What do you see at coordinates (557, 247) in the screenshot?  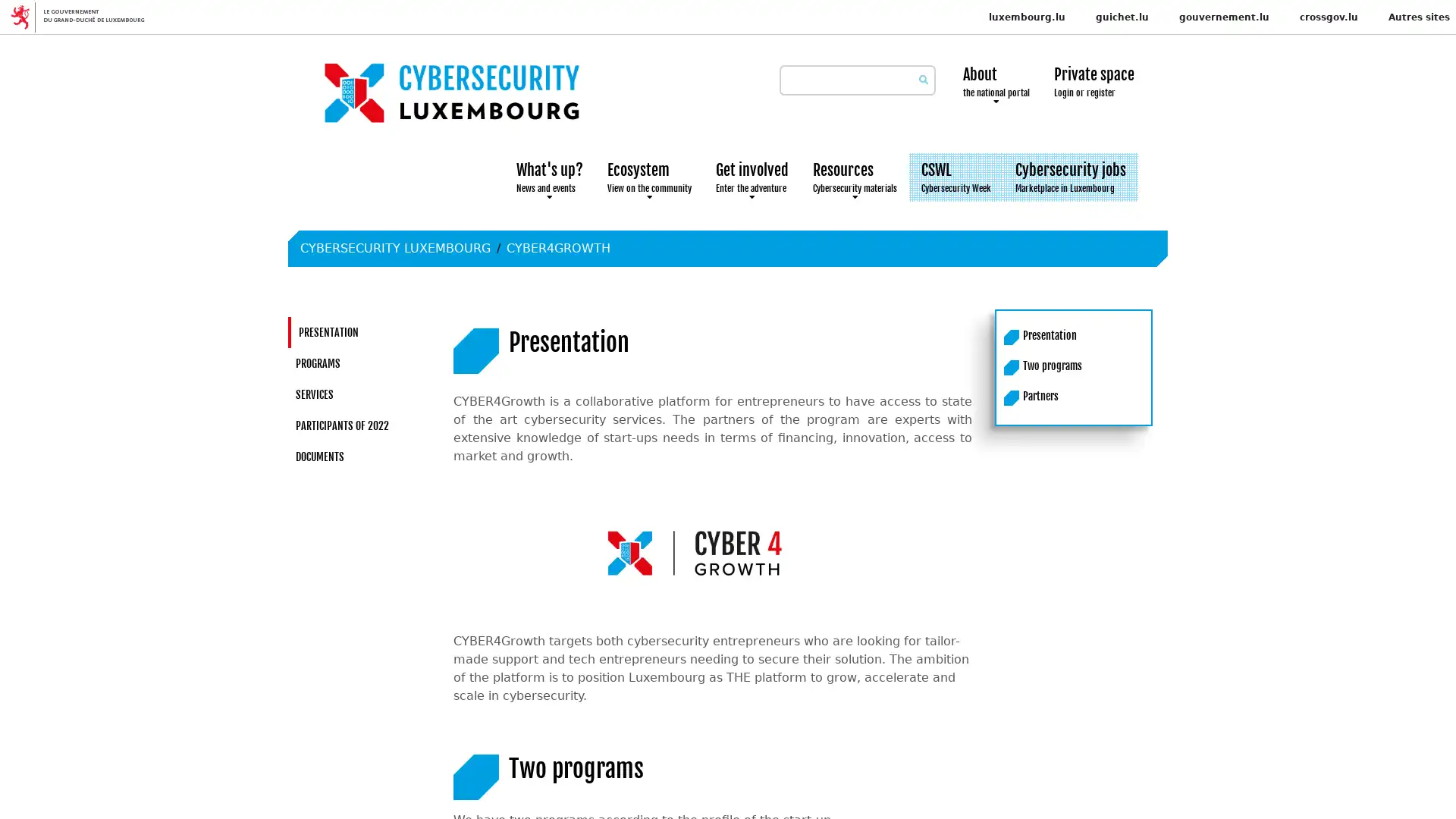 I see `CYBER4GROWTH` at bounding box center [557, 247].